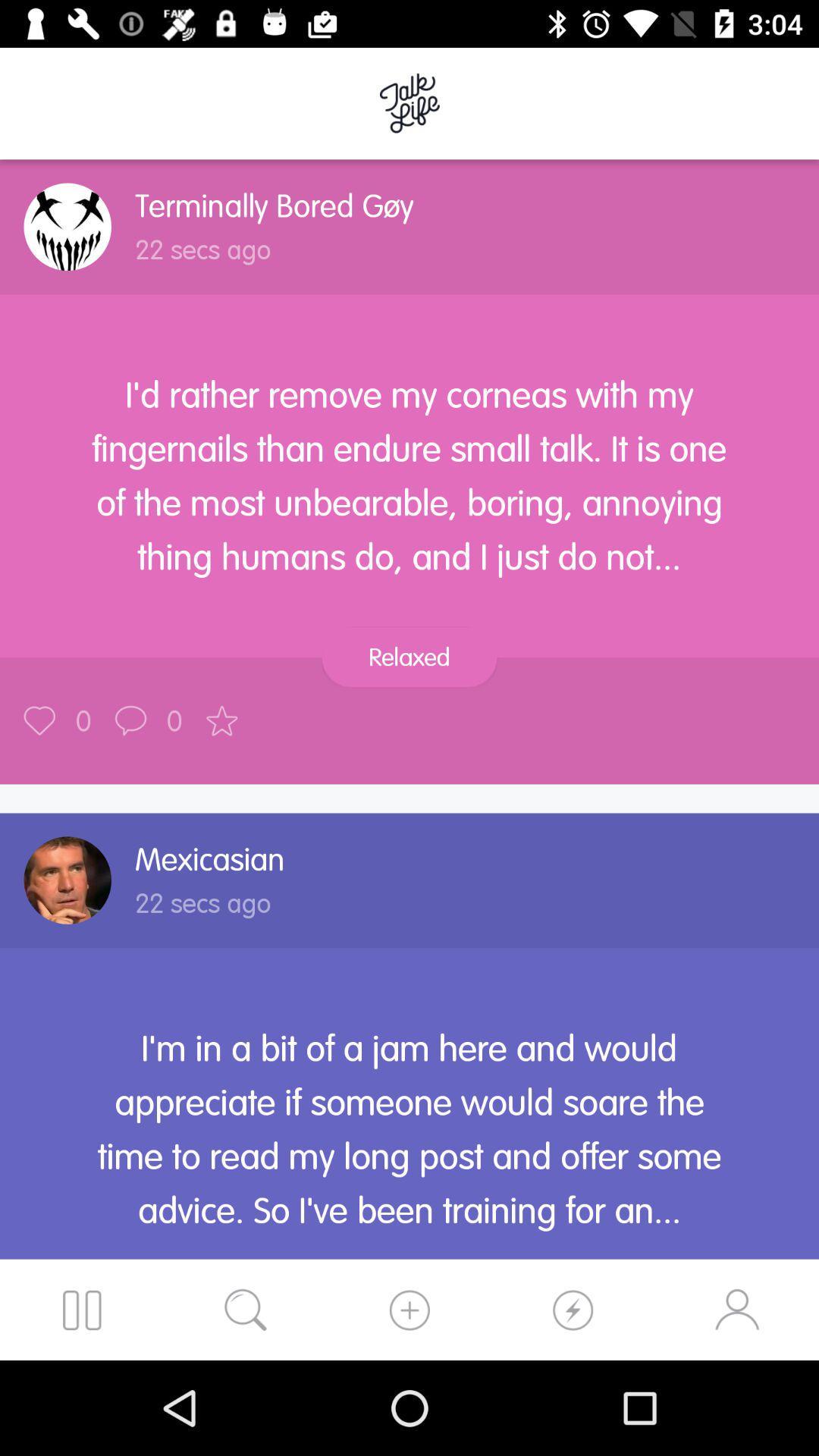 The width and height of the screenshot is (819, 1456). What do you see at coordinates (210, 859) in the screenshot?
I see `the mexicasian icon` at bounding box center [210, 859].